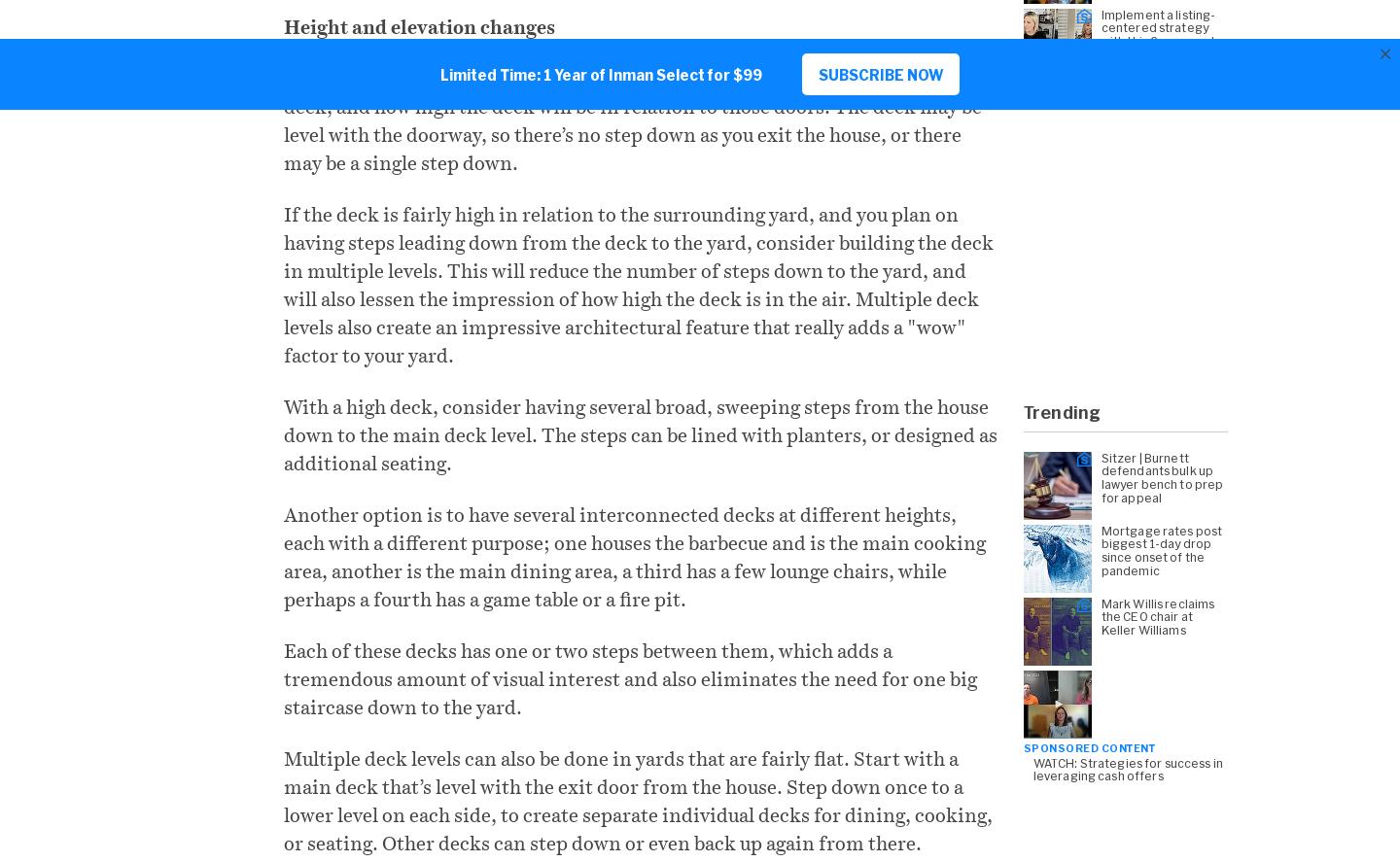 The width and height of the screenshot is (1400, 862). I want to click on 'Multiple deck levels can also be done in yards that are fairly flat. Start with a main deck that’s level with the exit door from the house. Step down once to a lower level on each side, to create separate individual decks for dining, cooking, or seating. Other decks can step down or even back up again from there.', so click(637, 801).